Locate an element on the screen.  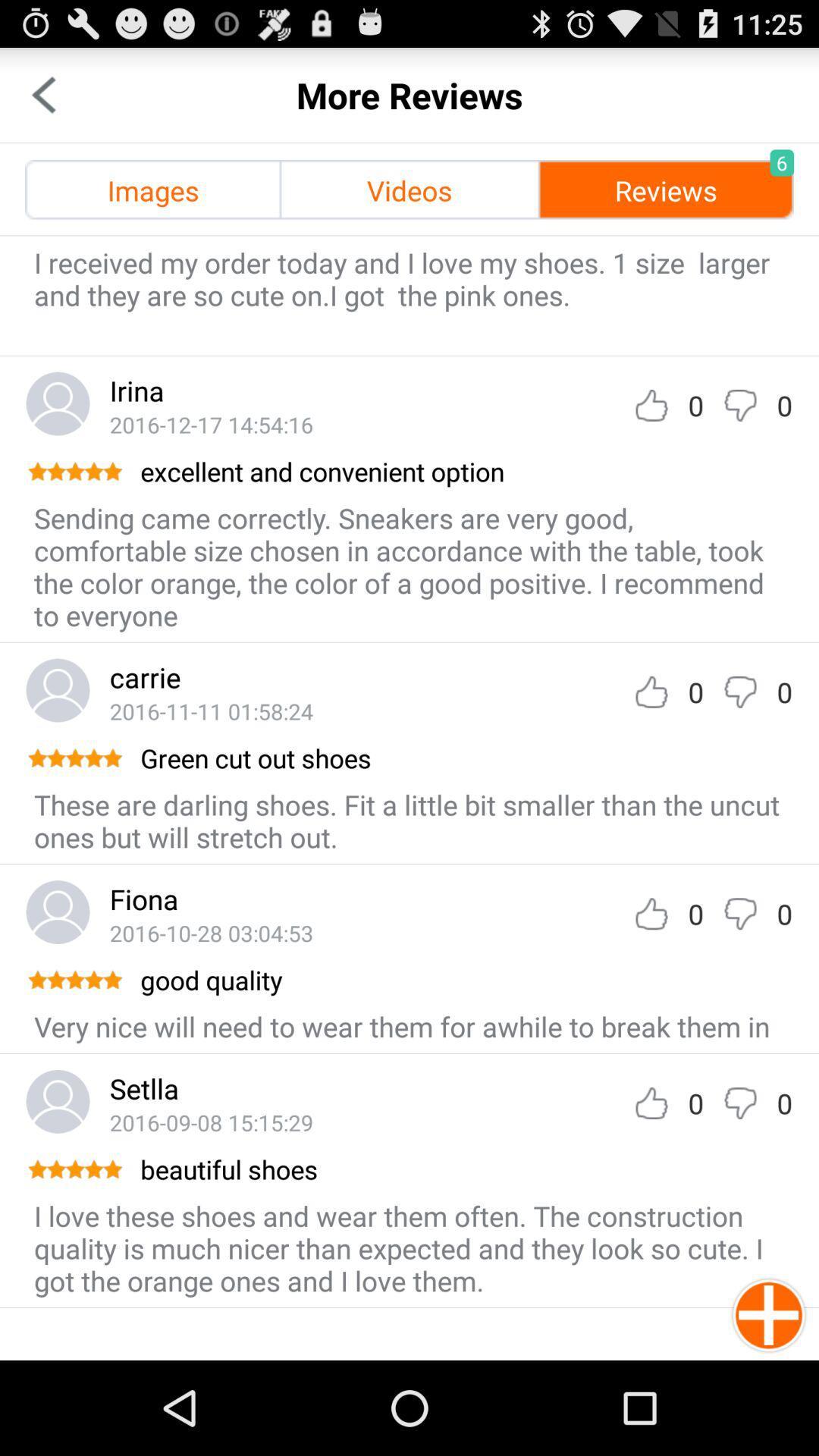
the icon above the 2016 09 08 icon is located at coordinates (144, 1087).